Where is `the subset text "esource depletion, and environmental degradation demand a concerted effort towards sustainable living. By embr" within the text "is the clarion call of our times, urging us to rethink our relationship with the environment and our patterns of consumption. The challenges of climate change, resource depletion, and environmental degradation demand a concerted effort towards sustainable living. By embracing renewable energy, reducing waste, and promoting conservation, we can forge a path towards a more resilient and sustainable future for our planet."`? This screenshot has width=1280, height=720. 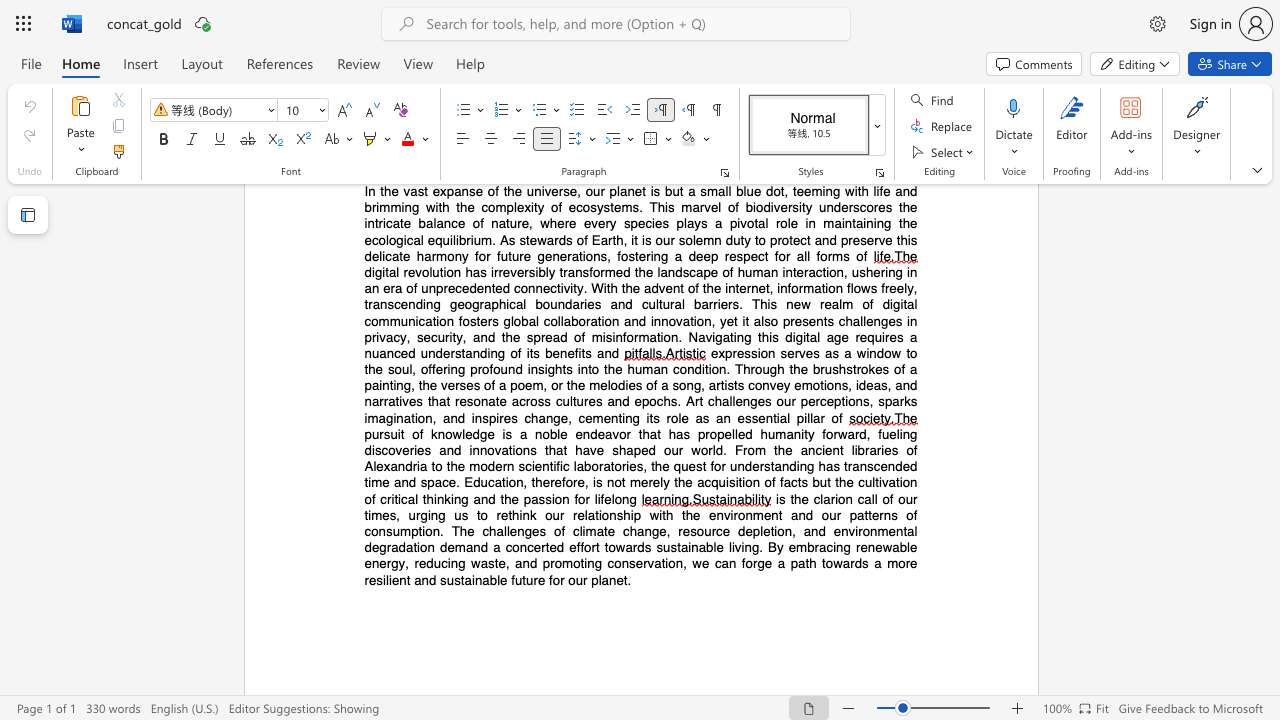
the subset text "esource depletion, and environmental degradation demand a concerted effort towards sustainable living. By embr" within the text "is the clarion call of our times, urging us to rethink our relationship with the environment and our patterns of consumption. The challenges of climate change, resource depletion, and environmental degradation demand a concerted effort towards sustainable living. By embracing renewable energy, reducing waste, and promoting conservation, we can forge a path towards a more resilient and sustainable future for our planet." is located at coordinates (682, 530).